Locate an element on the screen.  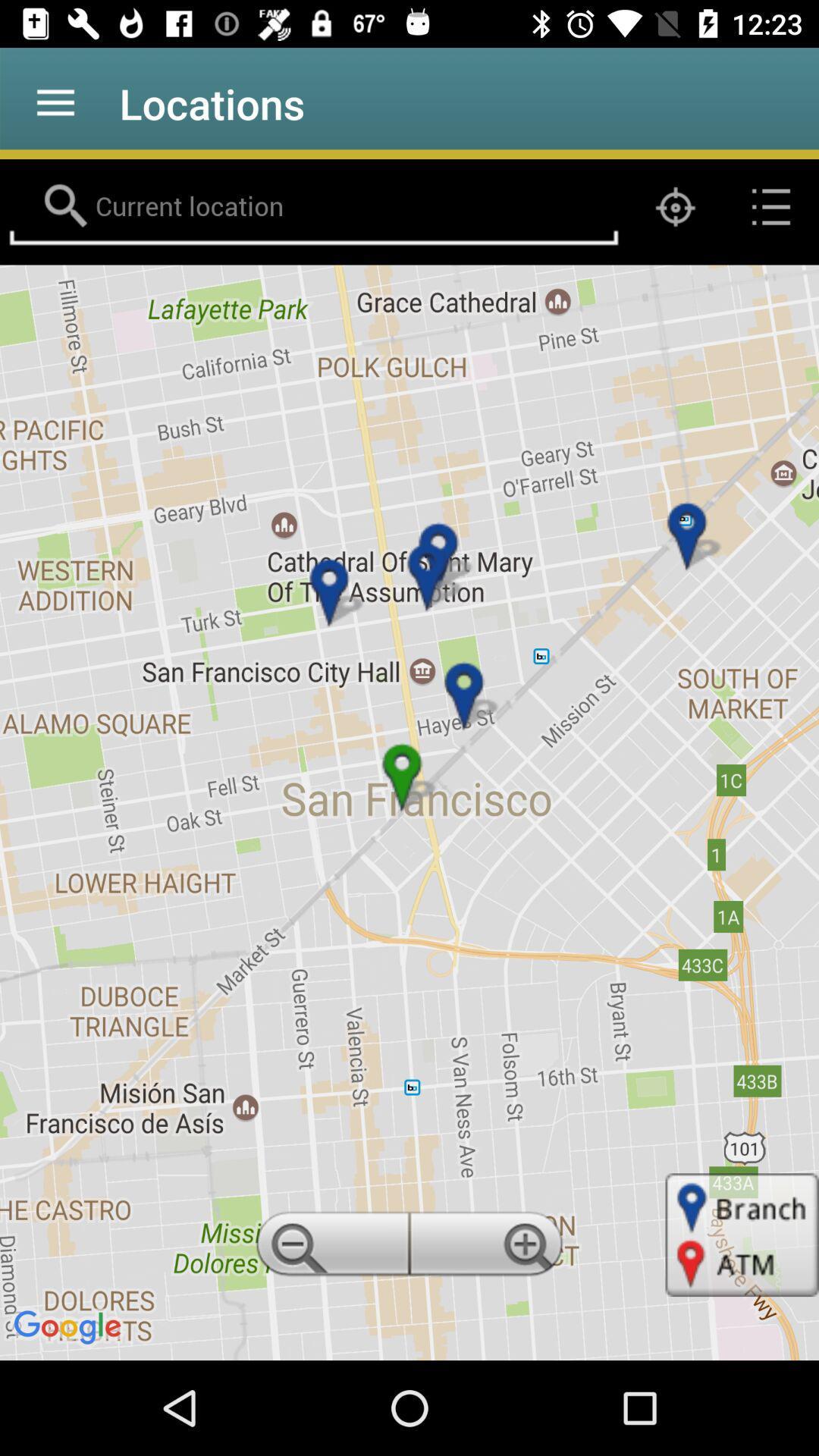
the settings icon is located at coordinates (488, 1248).